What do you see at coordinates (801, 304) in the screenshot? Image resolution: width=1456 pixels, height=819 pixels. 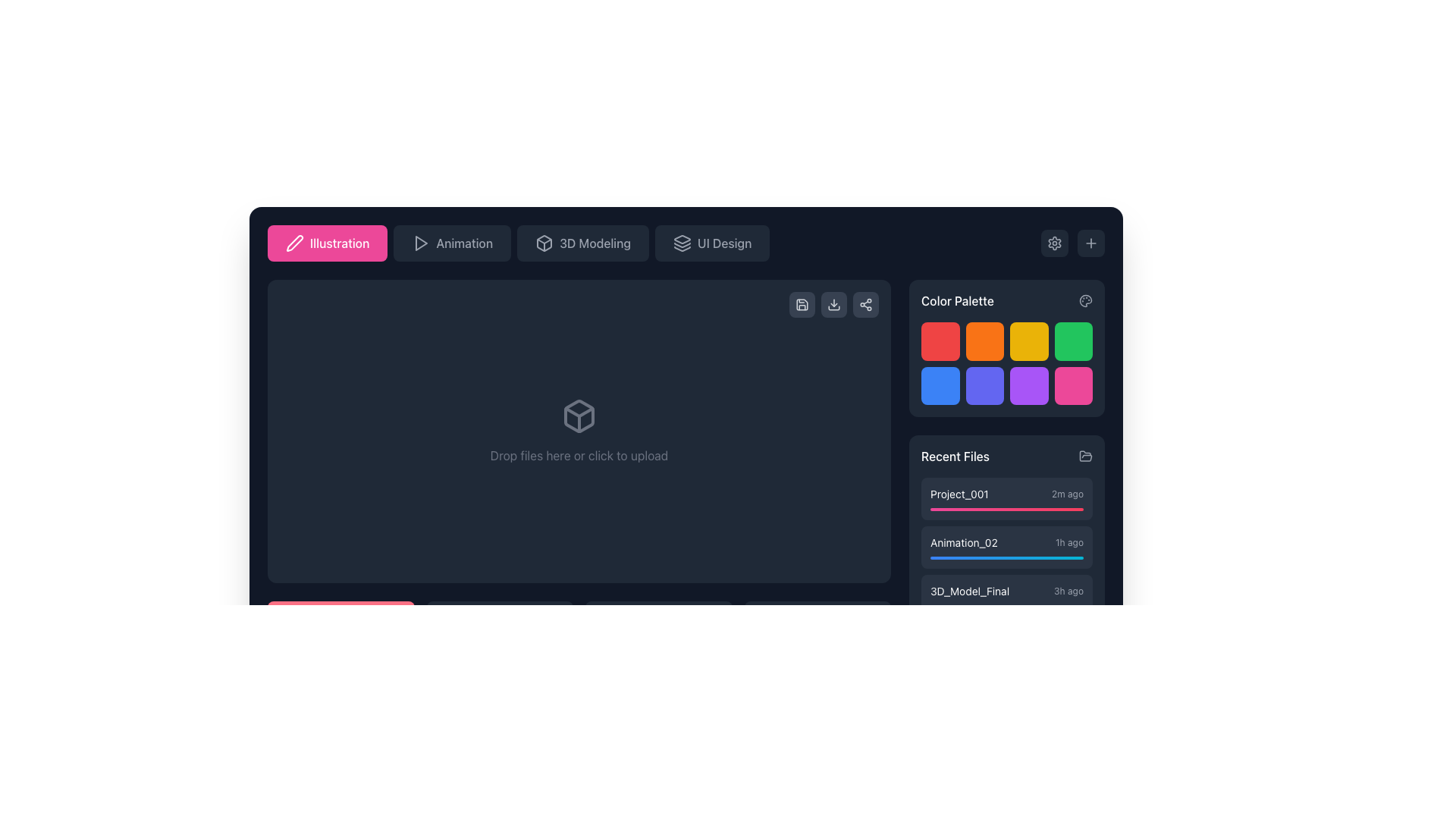 I see `the 'Save' icon button located near the top-right corner of the dark main panel` at bounding box center [801, 304].